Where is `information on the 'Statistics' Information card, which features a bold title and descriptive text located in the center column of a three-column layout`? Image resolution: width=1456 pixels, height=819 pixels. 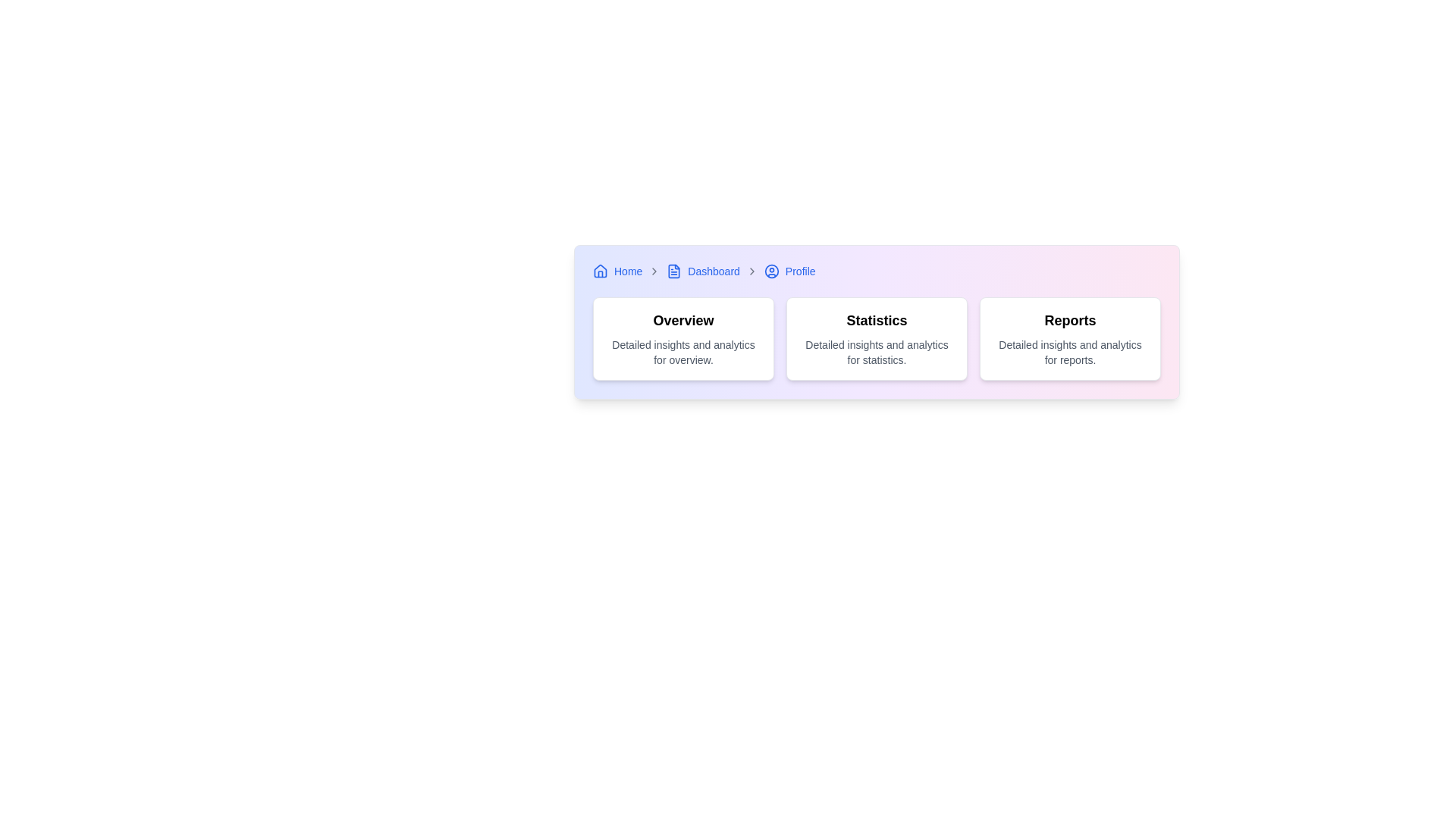
information on the 'Statistics' Information card, which features a bold title and descriptive text located in the center column of a three-column layout is located at coordinates (877, 338).